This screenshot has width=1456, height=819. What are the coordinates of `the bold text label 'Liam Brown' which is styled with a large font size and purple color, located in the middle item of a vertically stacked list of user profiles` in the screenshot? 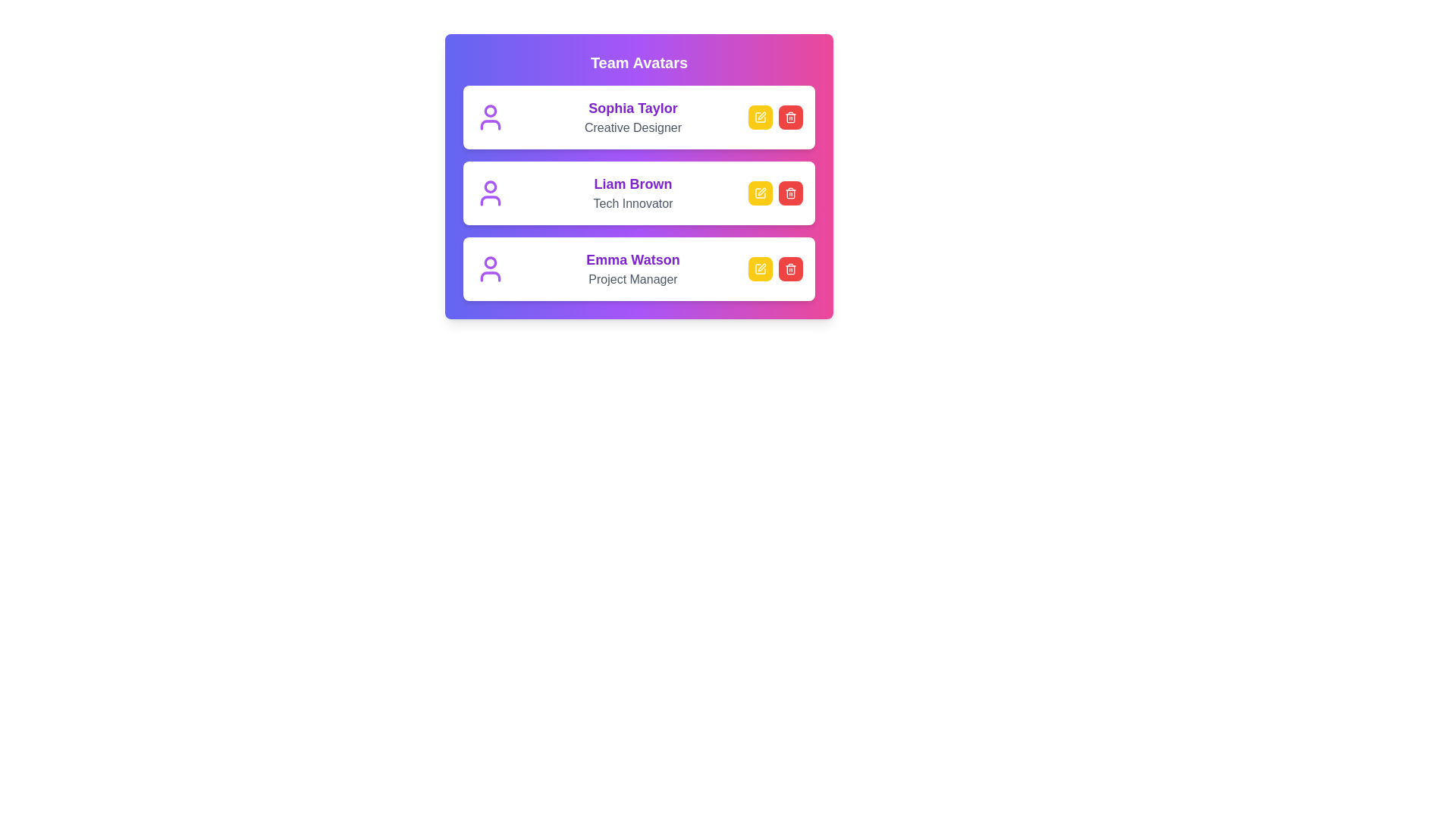 It's located at (633, 184).